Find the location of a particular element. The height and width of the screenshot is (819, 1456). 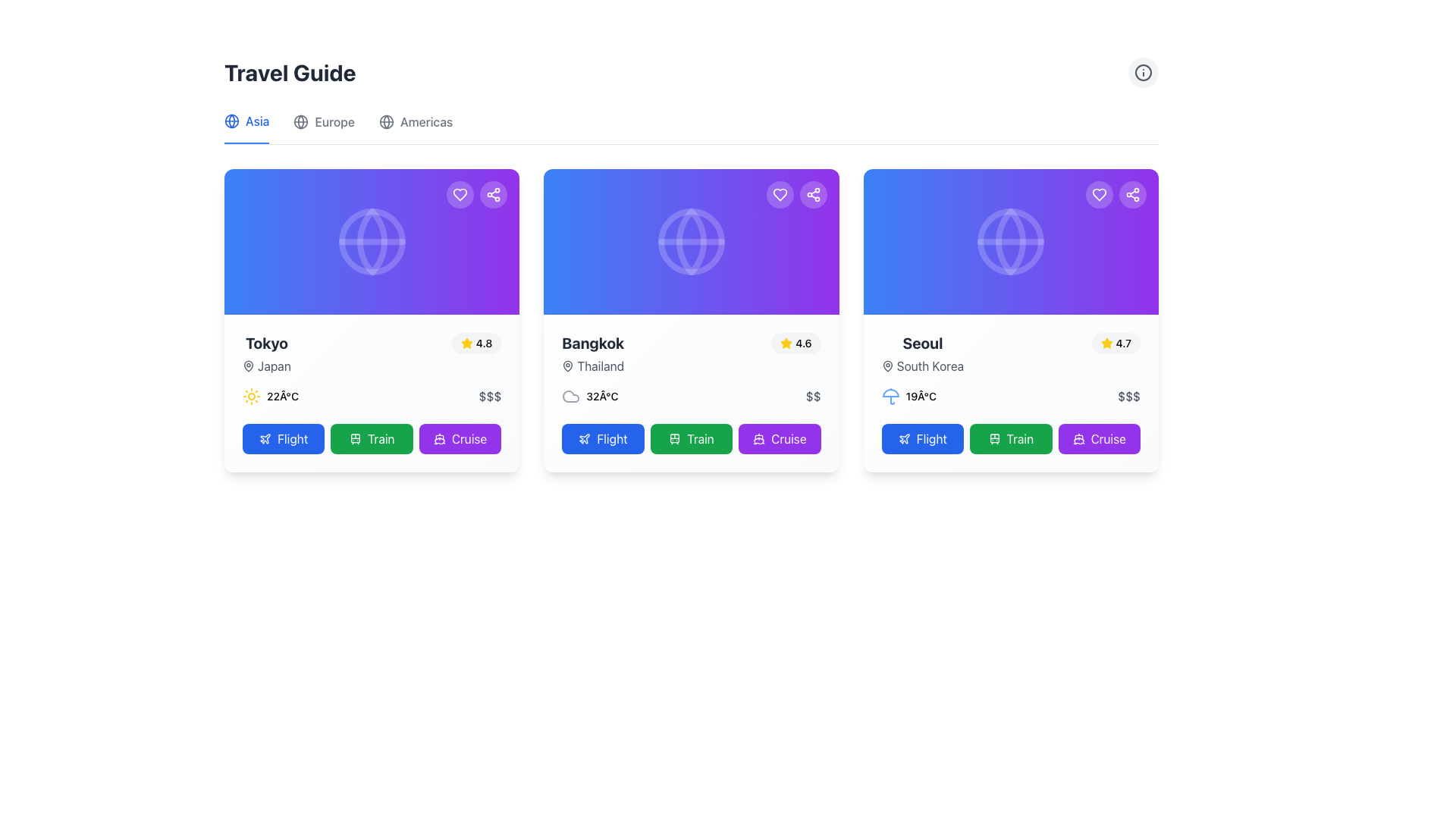

the third card in the grid layout, which has a gradient background from blue to purple and displays 'Seoul' is located at coordinates (1011, 320).